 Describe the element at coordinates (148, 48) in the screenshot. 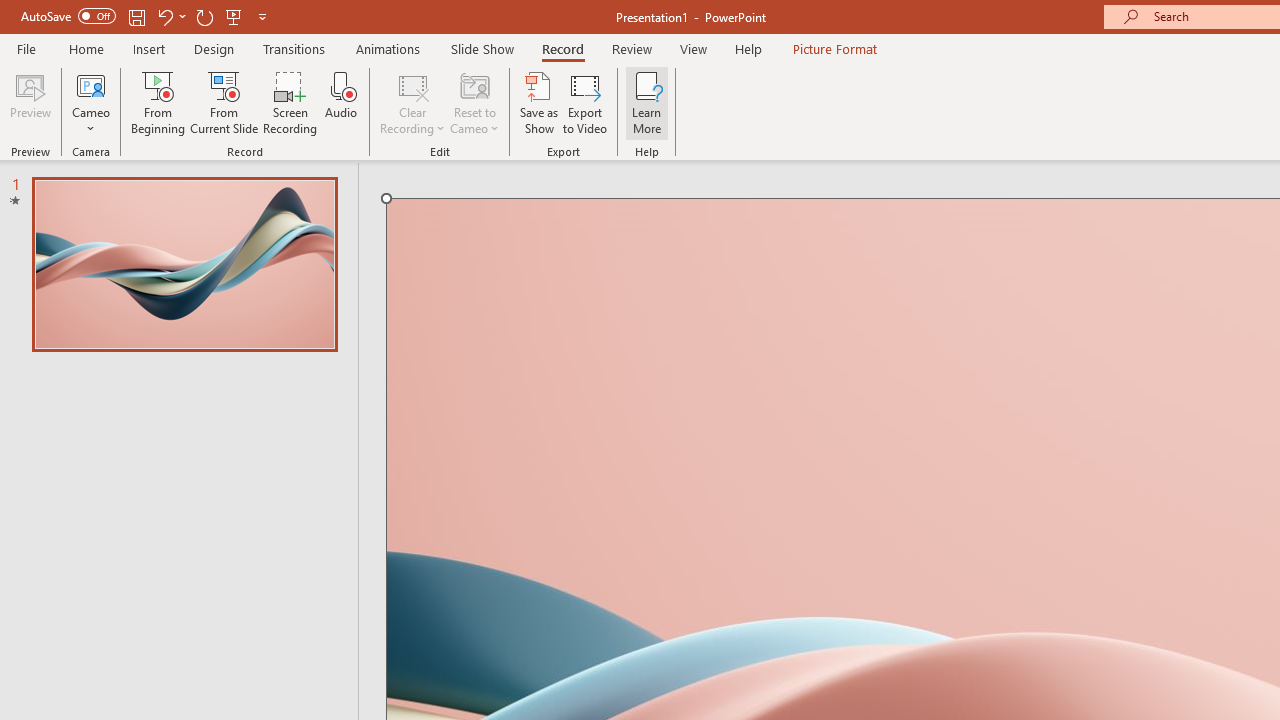

I see `'Insert'` at that location.